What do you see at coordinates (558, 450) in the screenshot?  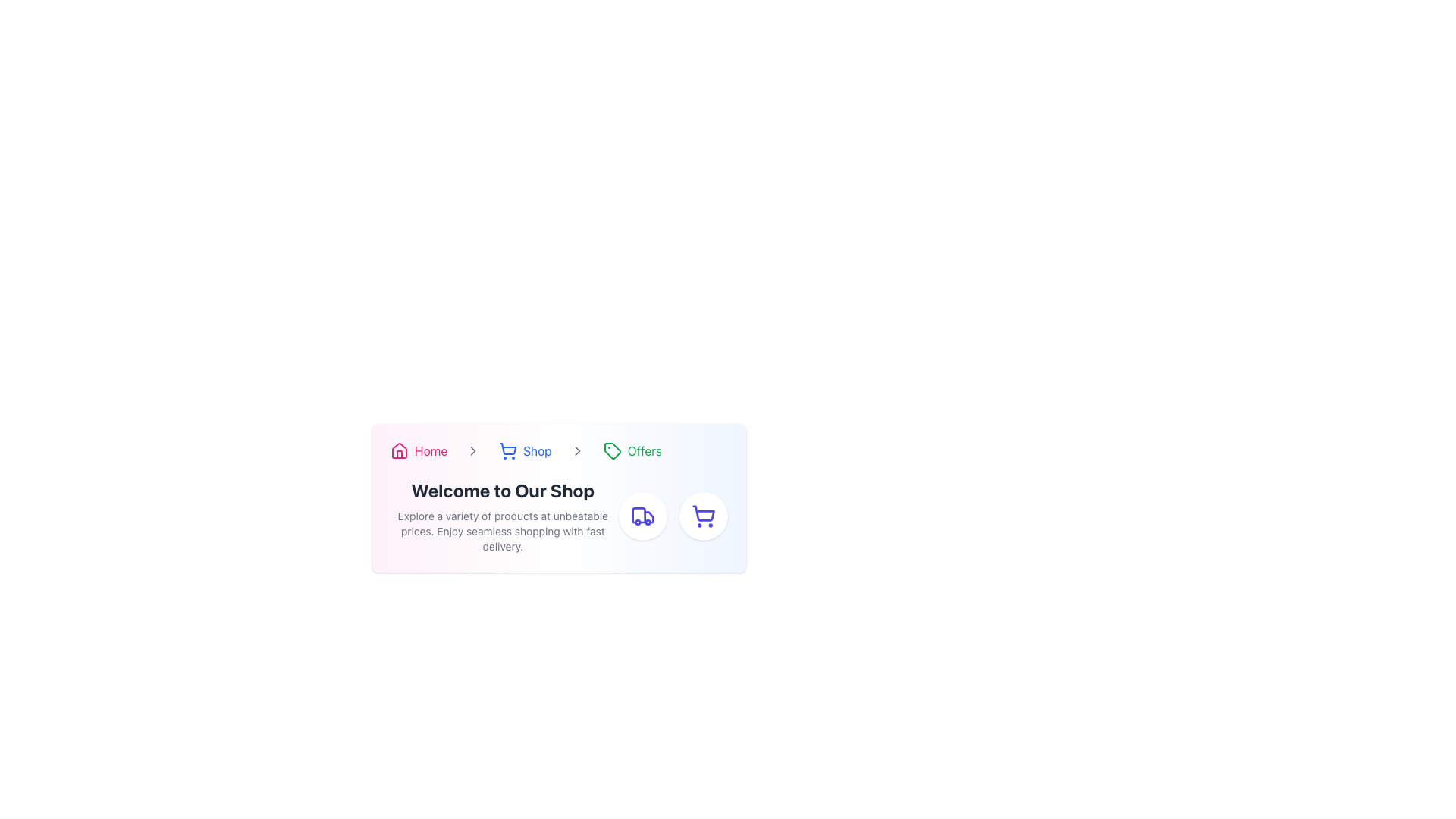 I see `the Breadcrumb navigation bar located at the top of the card` at bounding box center [558, 450].